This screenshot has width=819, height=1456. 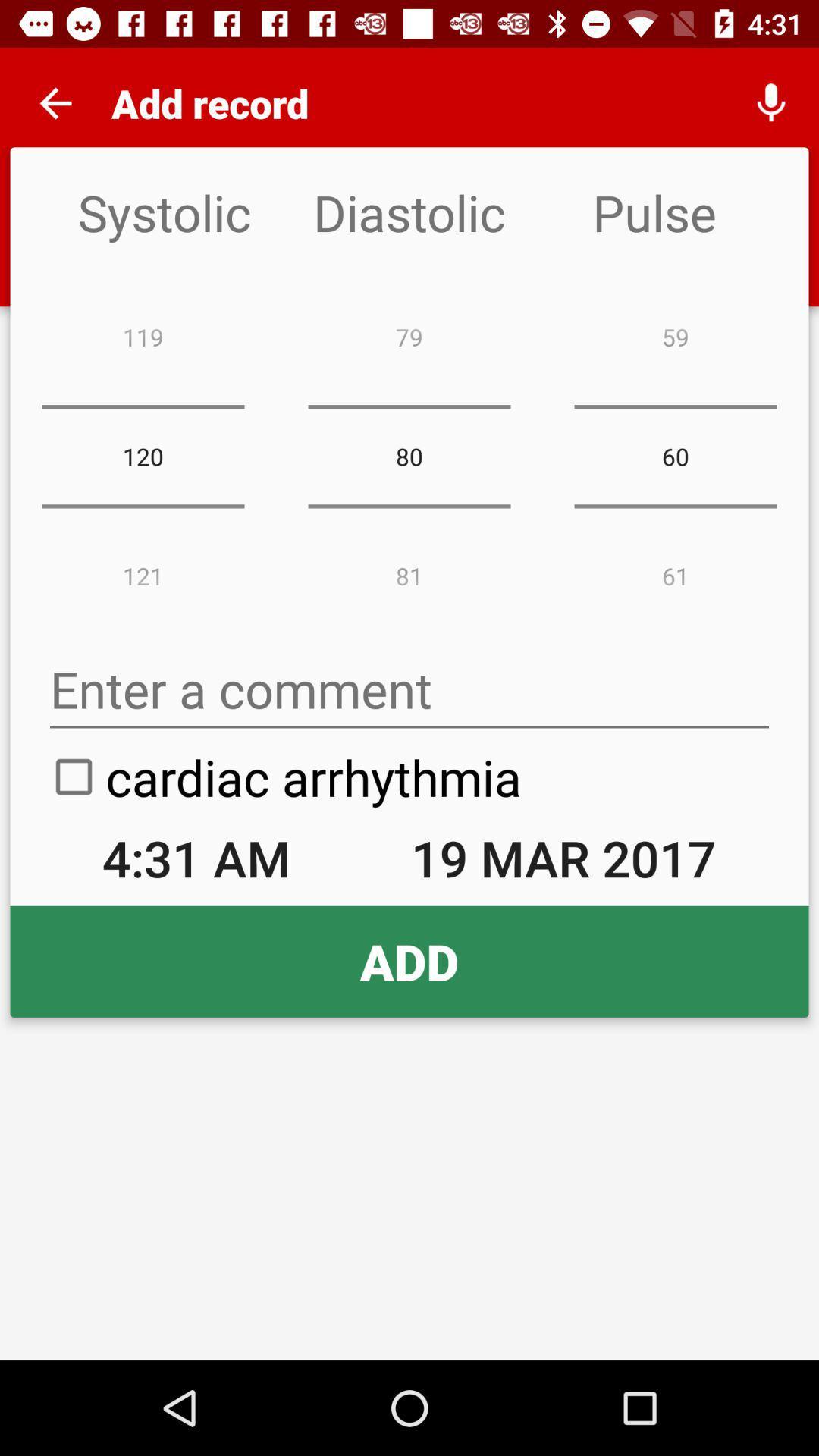 I want to click on comment, so click(x=409, y=689).